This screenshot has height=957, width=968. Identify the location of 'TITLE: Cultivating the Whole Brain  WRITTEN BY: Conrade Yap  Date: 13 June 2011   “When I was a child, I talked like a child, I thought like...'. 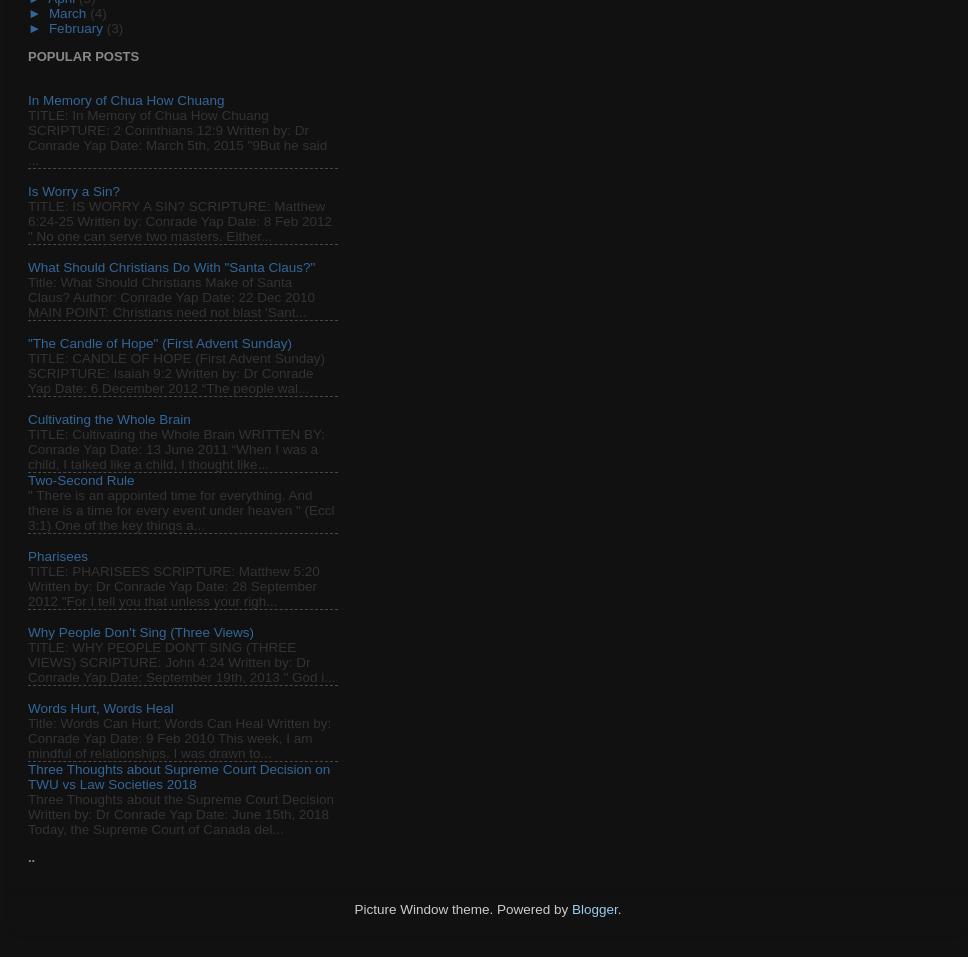
(176, 447).